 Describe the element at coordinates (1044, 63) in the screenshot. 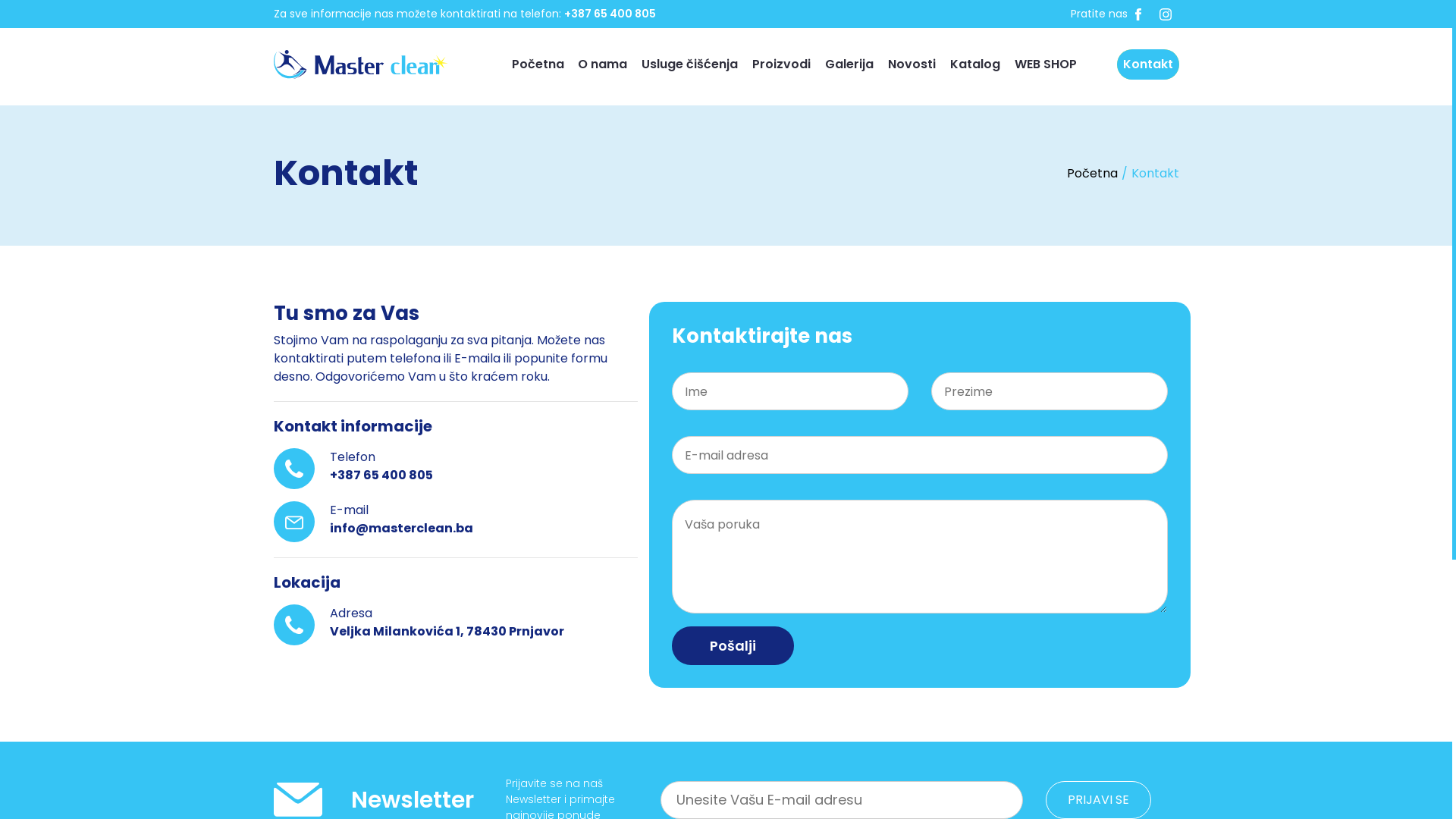

I see `'WEB SHOP'` at that location.